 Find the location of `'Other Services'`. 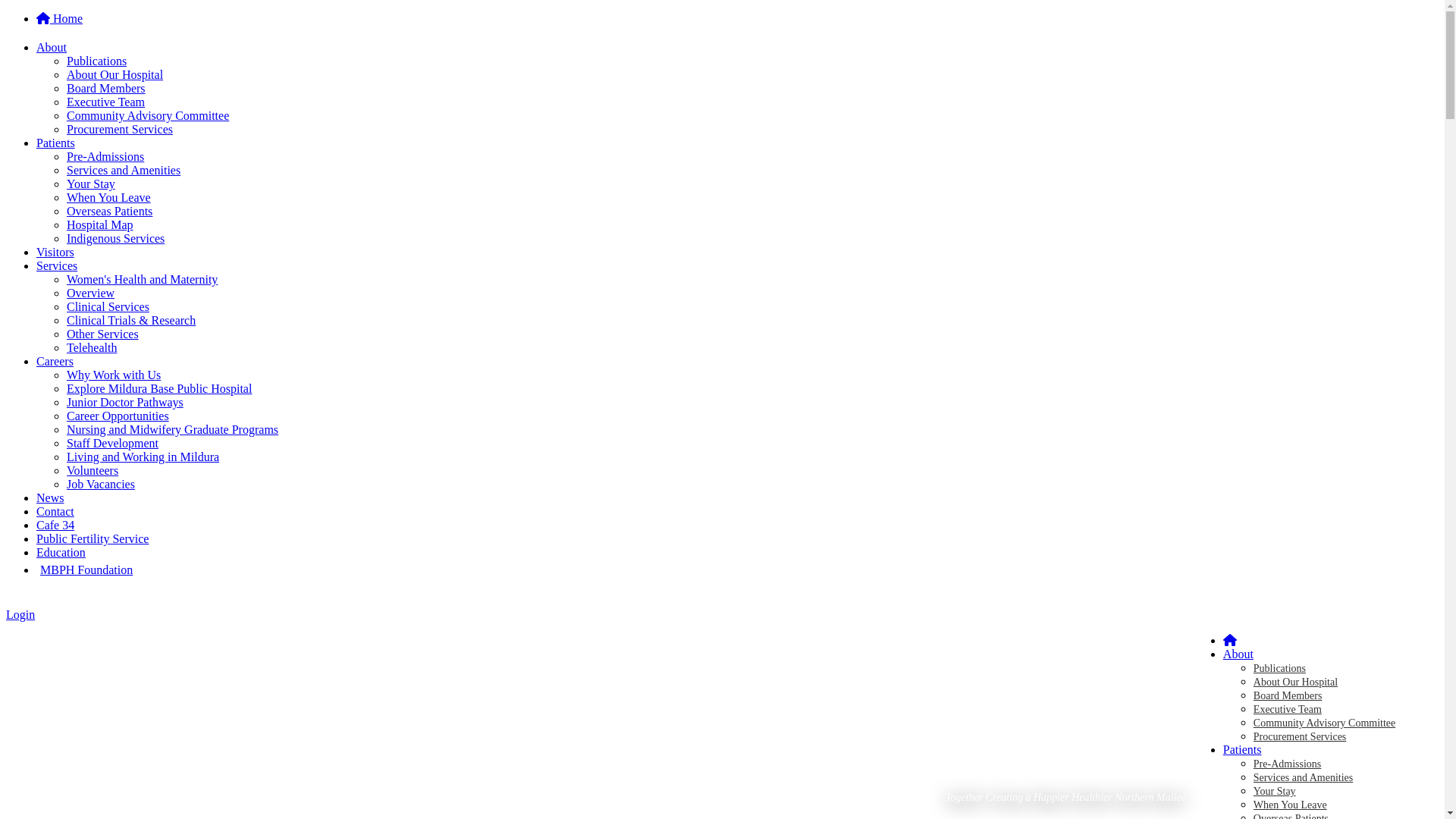

'Other Services' is located at coordinates (102, 333).